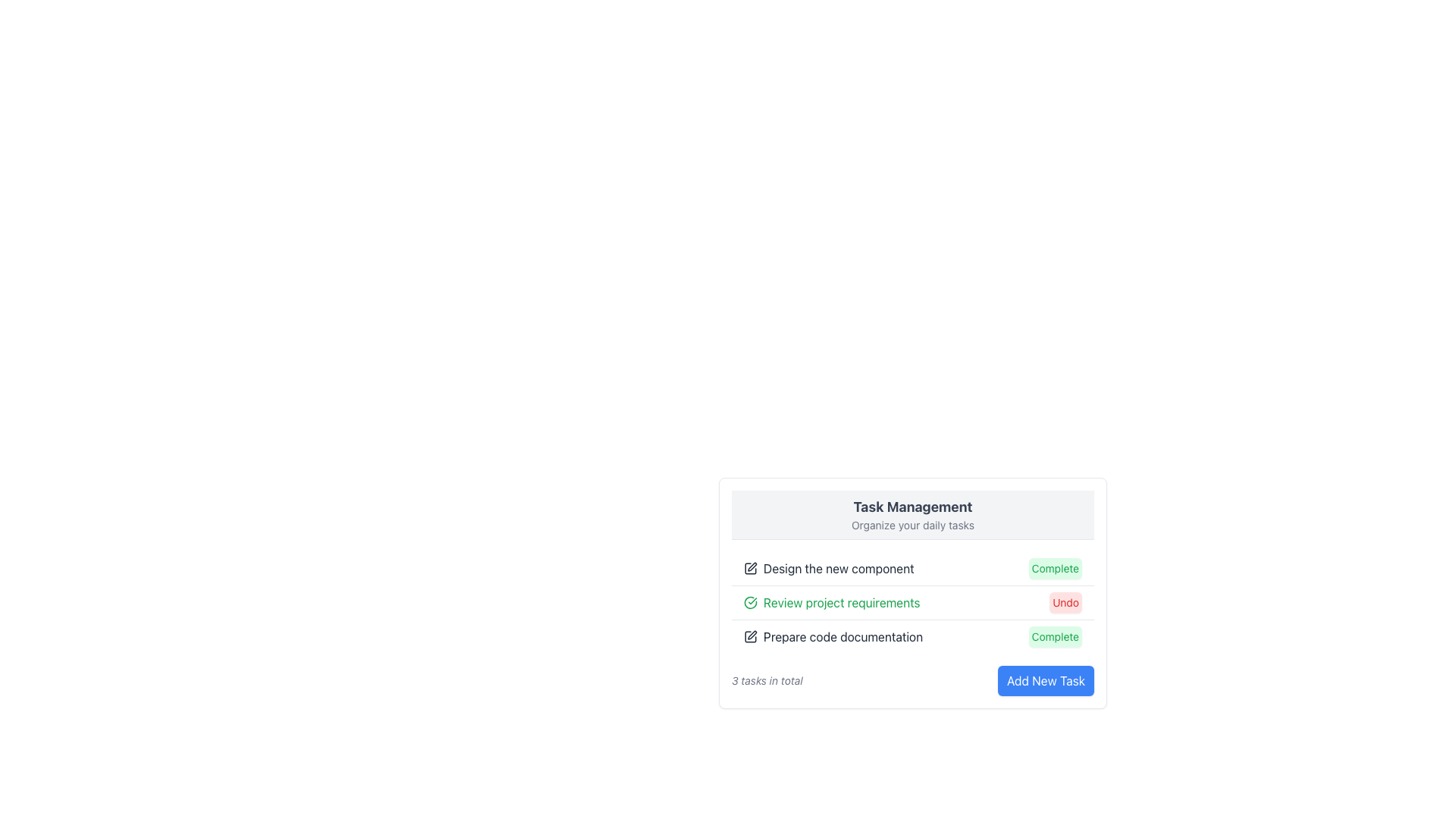 This screenshot has height=819, width=1456. What do you see at coordinates (912, 525) in the screenshot?
I see `the text label that provides a subtitle for the 'Task Management' section, located directly below the 'Task Management' title` at bounding box center [912, 525].